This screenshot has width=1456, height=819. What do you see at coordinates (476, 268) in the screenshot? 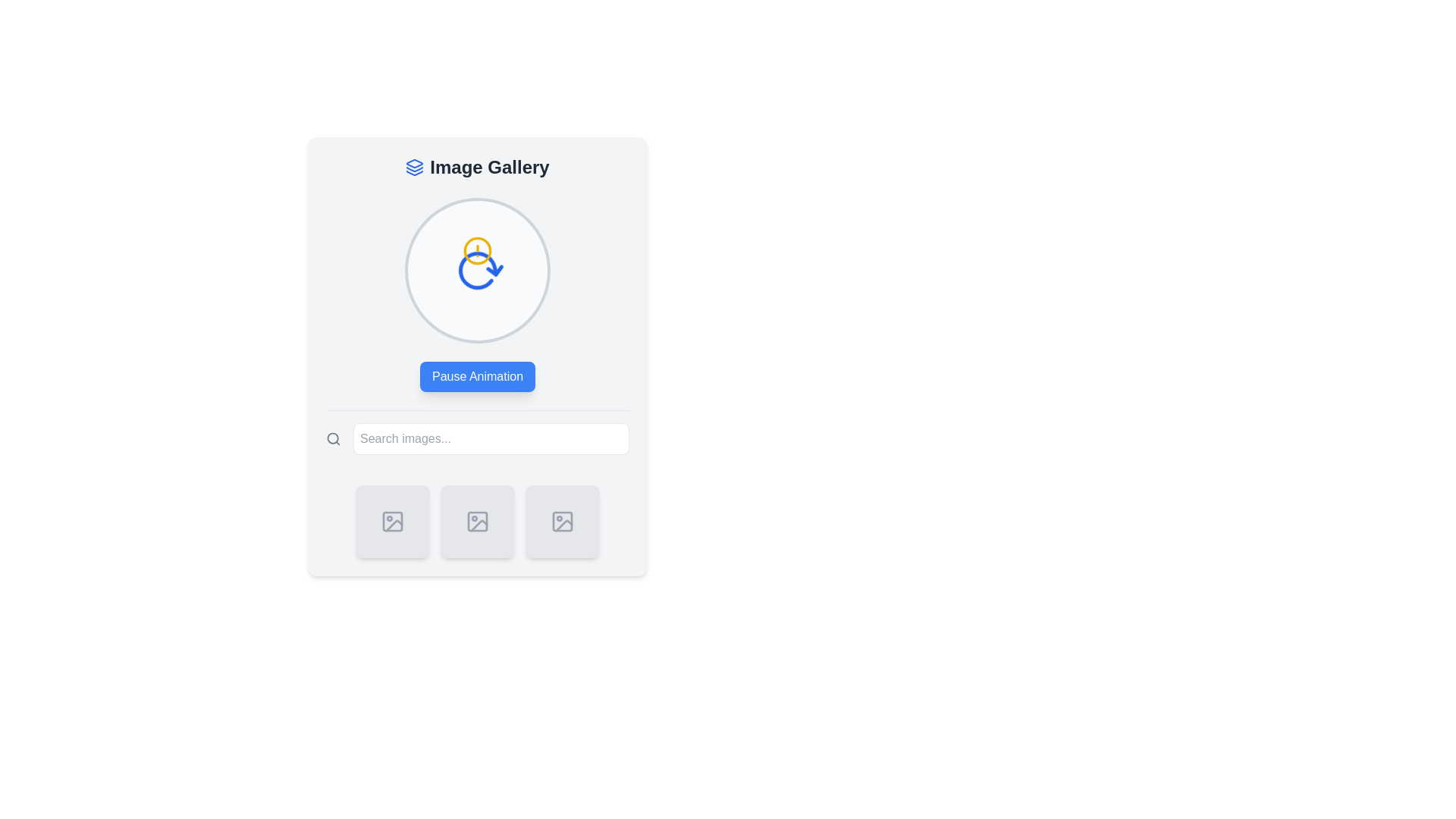
I see `the loading icon located centrally within the circular frame at the top of the interface, which is animated to indicate ongoing progress` at bounding box center [476, 268].